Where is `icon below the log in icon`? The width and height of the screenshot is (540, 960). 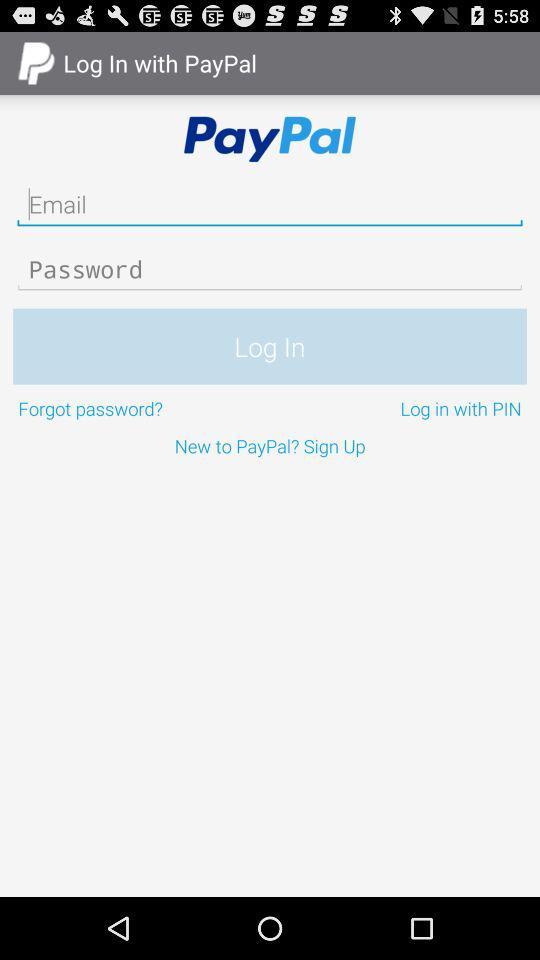 icon below the log in icon is located at coordinates (140, 407).